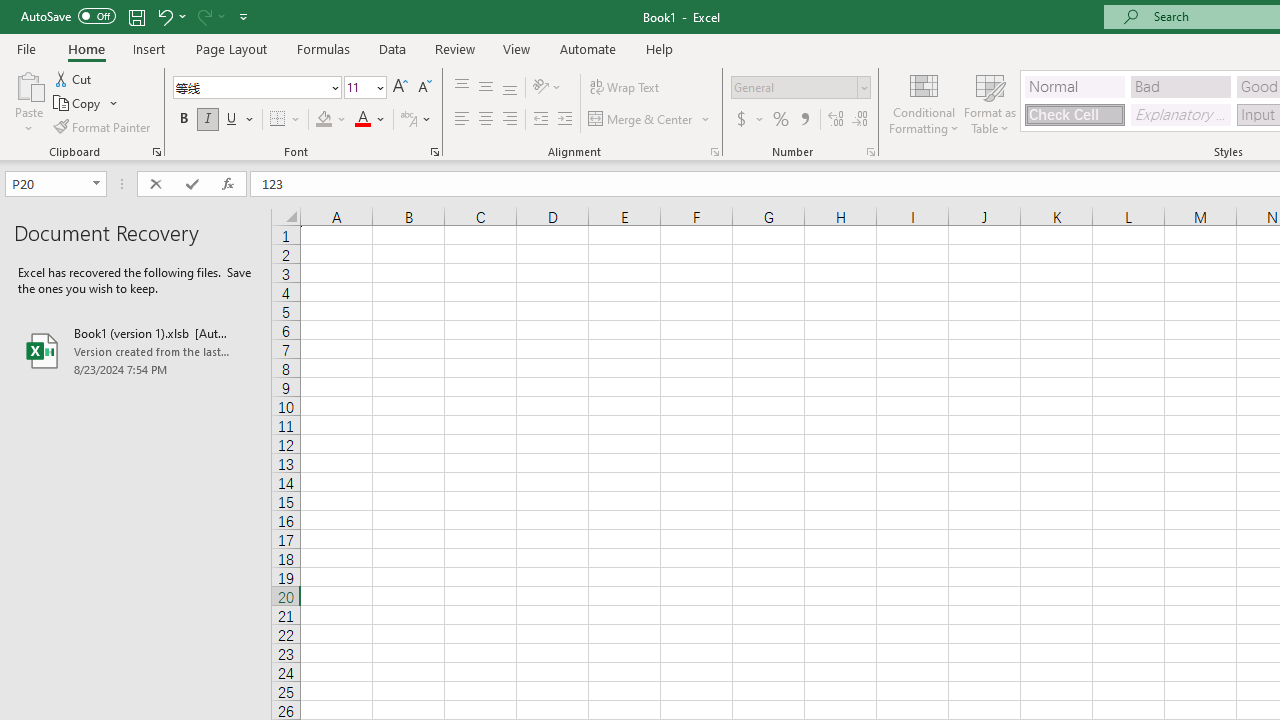 Image resolution: width=1280 pixels, height=720 pixels. Describe the element at coordinates (641, 119) in the screenshot. I see `'Merge & Center'` at that location.